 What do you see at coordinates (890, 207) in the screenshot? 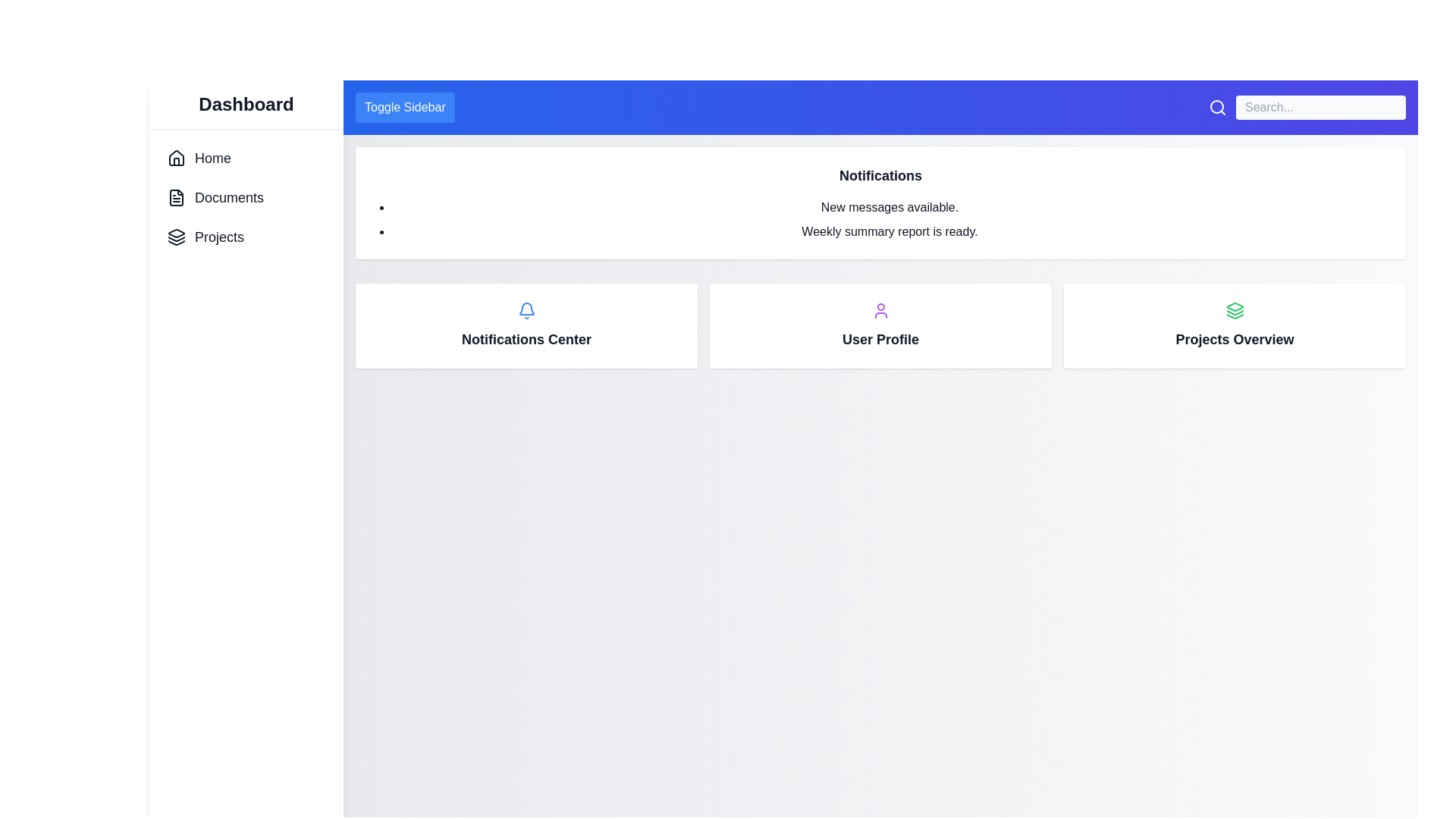
I see `the static text message 'New messages available.' which is the first item in the notifications list under the title 'Notifications.'` at bounding box center [890, 207].